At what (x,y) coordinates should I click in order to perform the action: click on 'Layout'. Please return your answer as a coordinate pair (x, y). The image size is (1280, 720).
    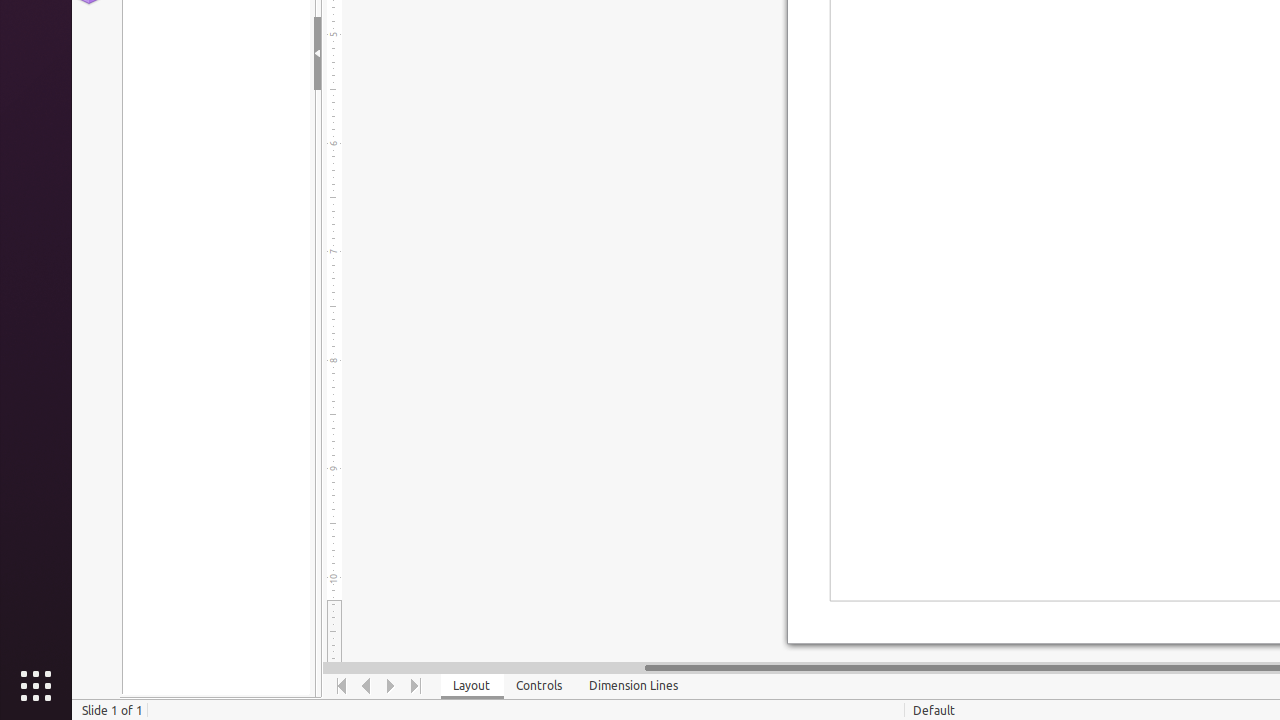
    Looking at the image, I should click on (471, 685).